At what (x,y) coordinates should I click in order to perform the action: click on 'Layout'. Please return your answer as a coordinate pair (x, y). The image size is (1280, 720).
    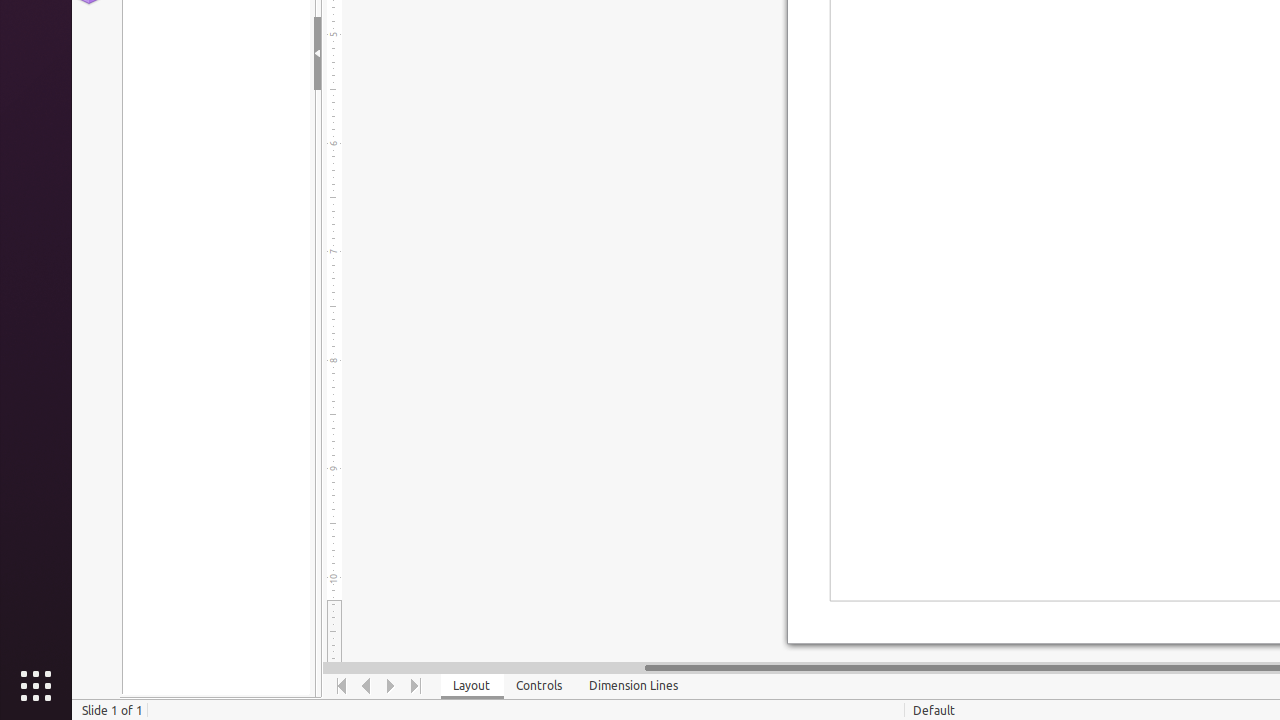
    Looking at the image, I should click on (471, 685).